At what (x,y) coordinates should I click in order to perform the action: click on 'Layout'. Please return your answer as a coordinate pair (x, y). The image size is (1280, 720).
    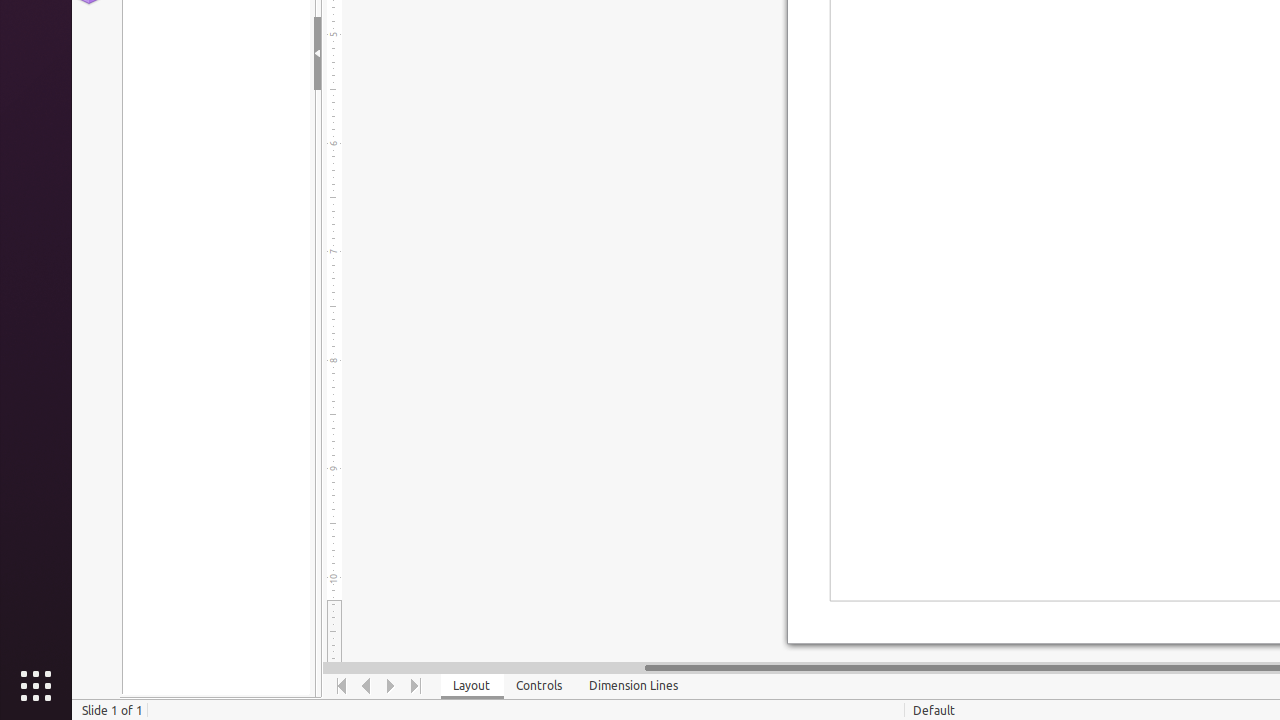
    Looking at the image, I should click on (471, 685).